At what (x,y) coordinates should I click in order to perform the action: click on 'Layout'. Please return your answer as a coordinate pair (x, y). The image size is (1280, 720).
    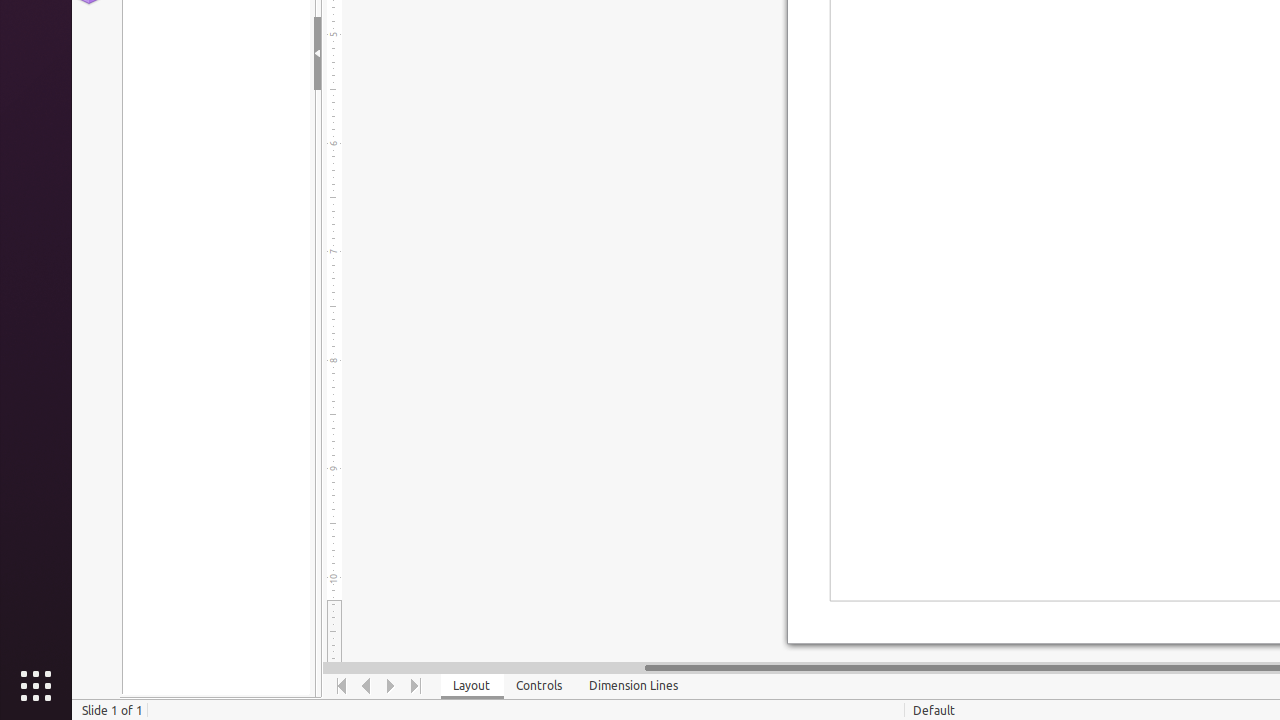
    Looking at the image, I should click on (471, 685).